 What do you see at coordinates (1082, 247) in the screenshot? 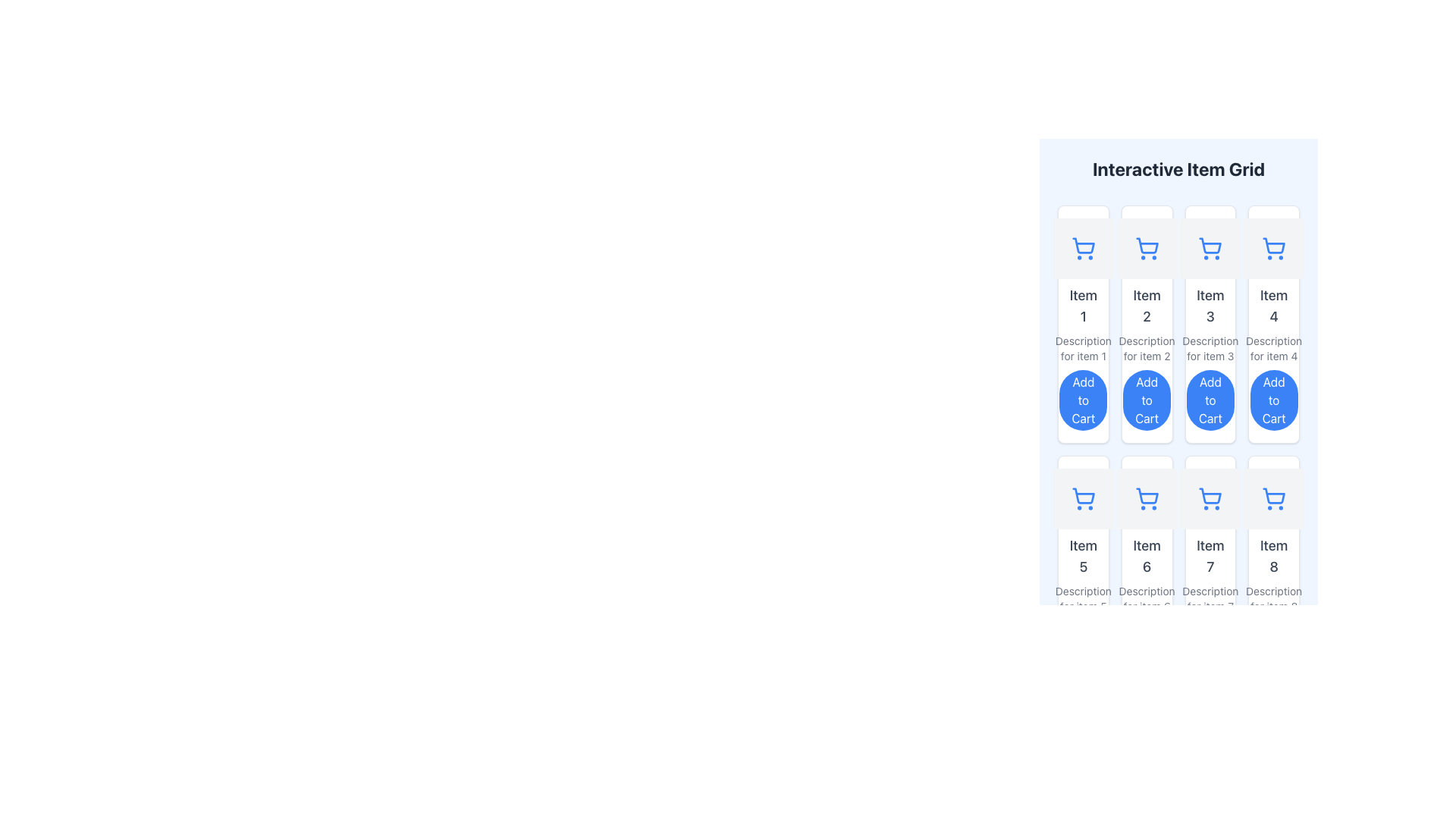
I see `the shopping icon located at the top of the 'Item 1' card, which visually represents the shopping action and indicates interaction with the shopping cart system` at bounding box center [1082, 247].